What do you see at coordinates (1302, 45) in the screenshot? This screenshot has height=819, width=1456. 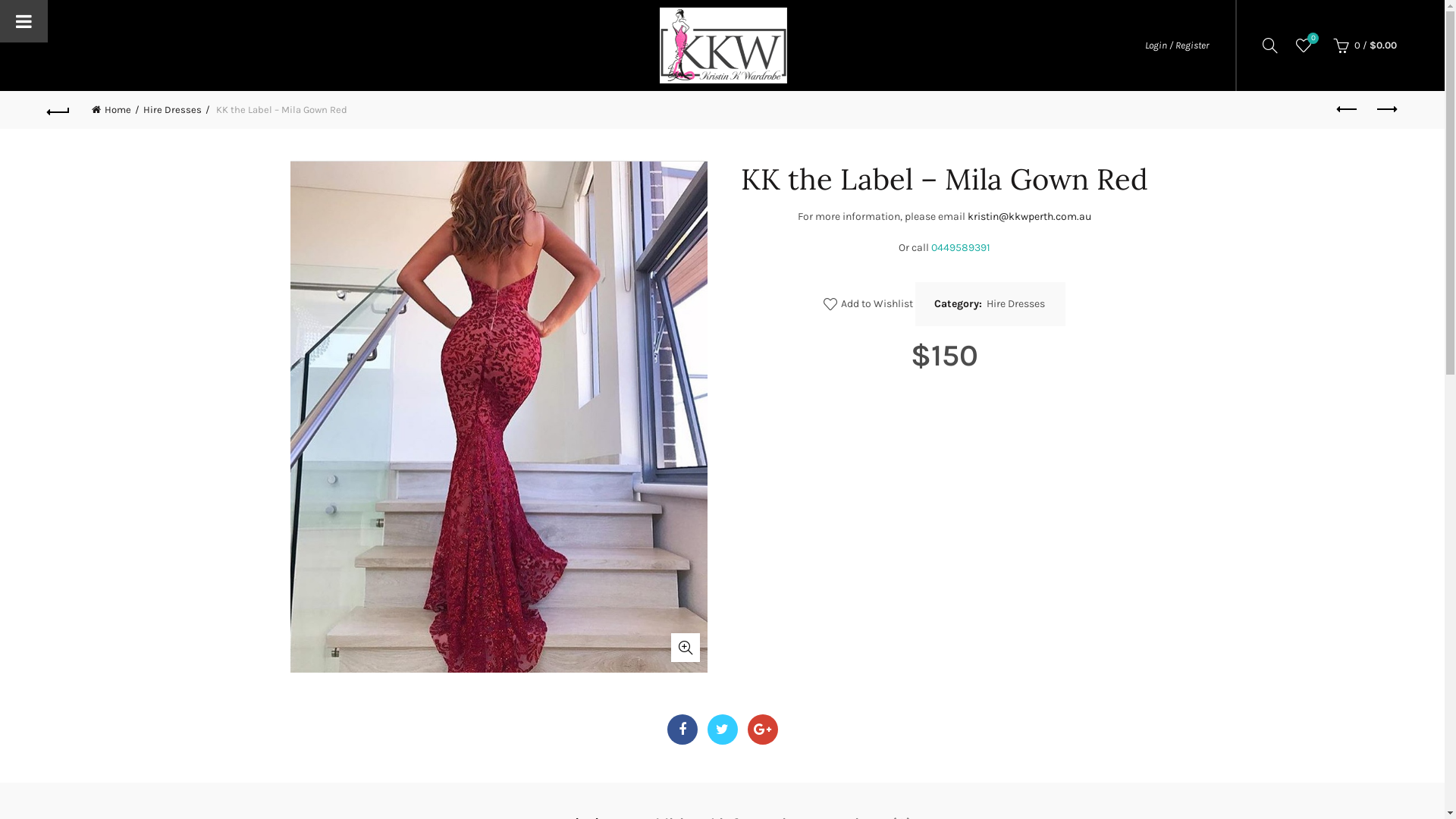 I see `'Wishlist` at bounding box center [1302, 45].